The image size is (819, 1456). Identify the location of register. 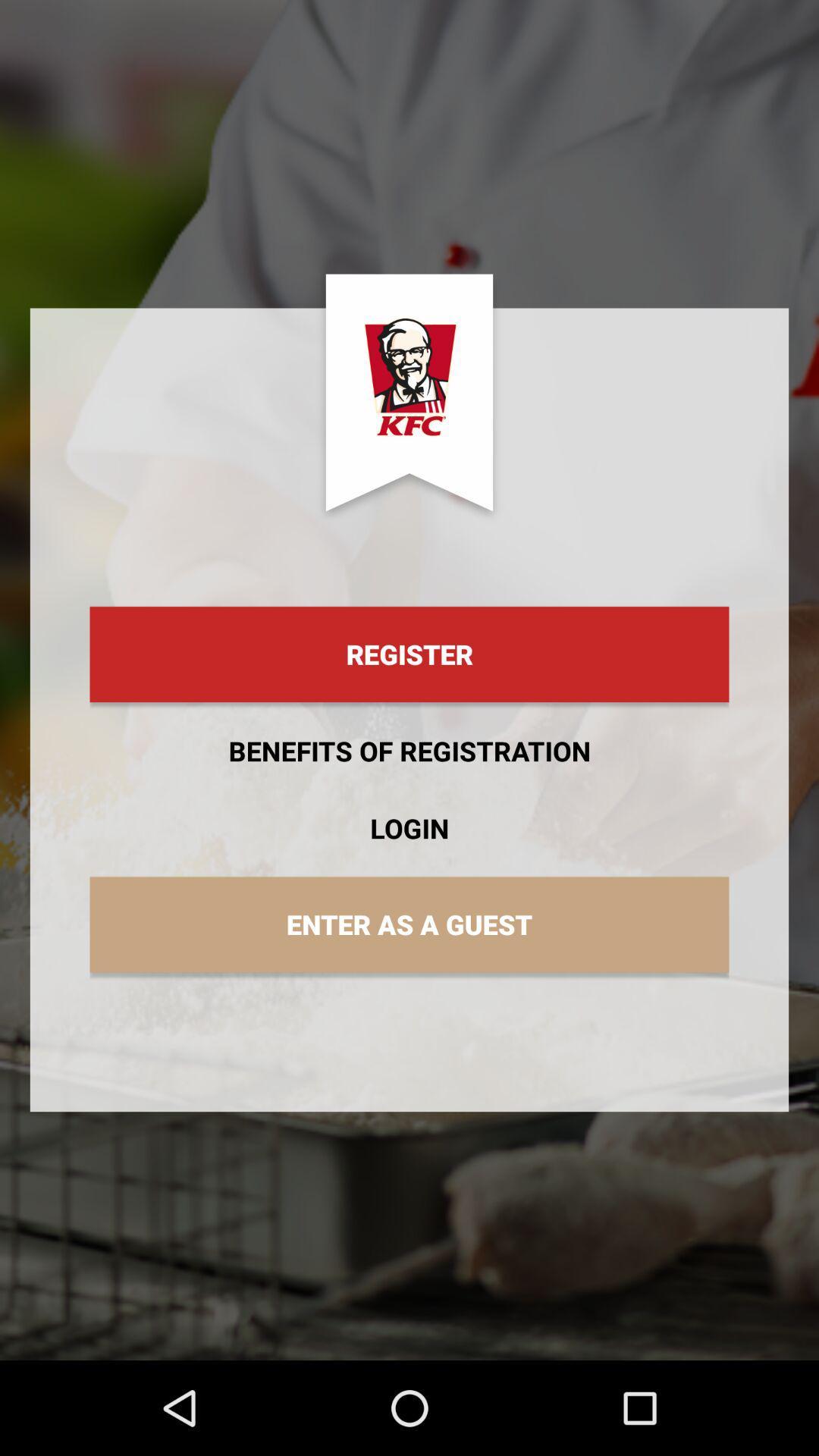
(409, 654).